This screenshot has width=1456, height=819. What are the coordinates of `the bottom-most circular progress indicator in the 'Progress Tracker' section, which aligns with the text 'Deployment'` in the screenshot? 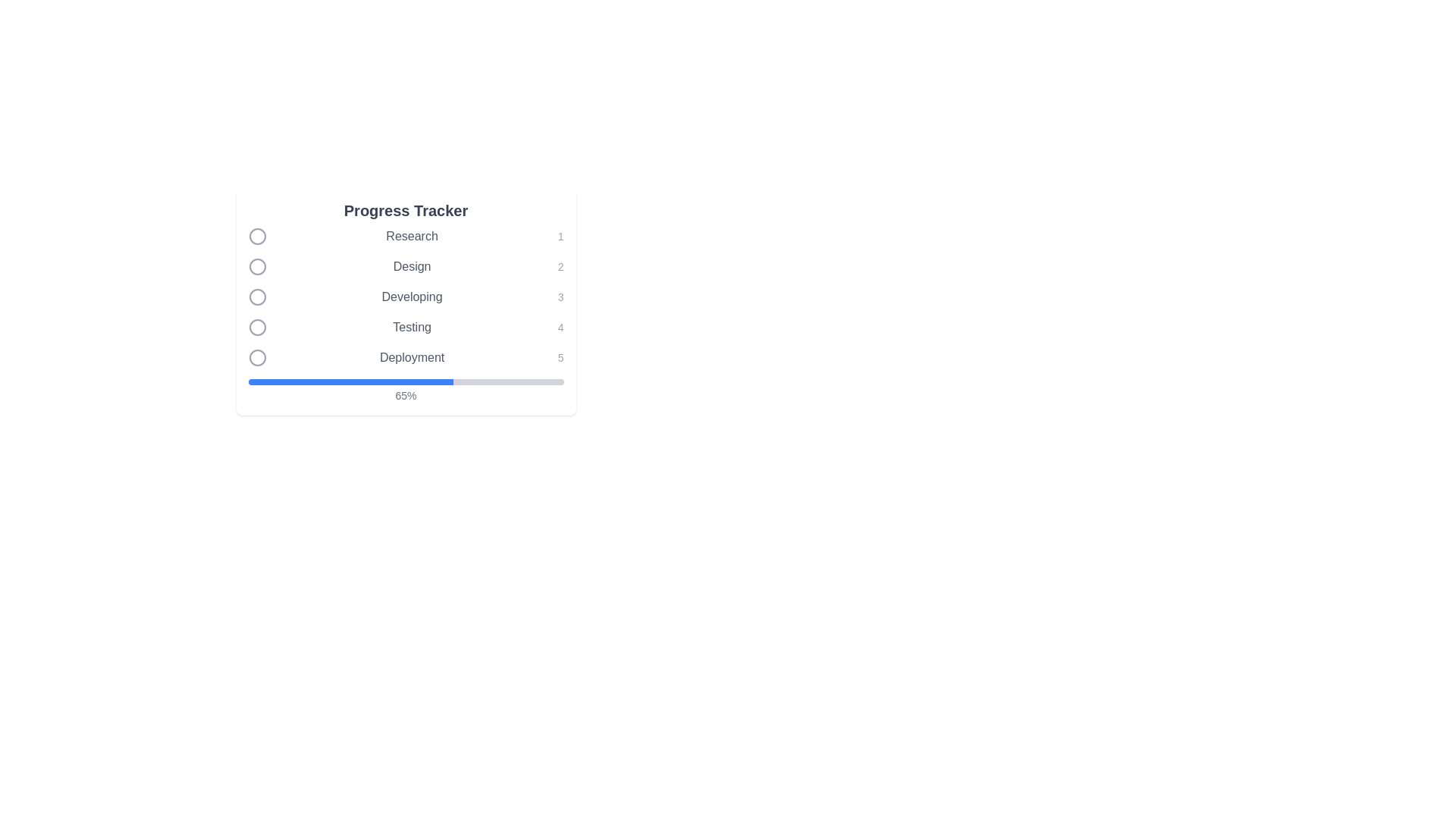 It's located at (257, 357).